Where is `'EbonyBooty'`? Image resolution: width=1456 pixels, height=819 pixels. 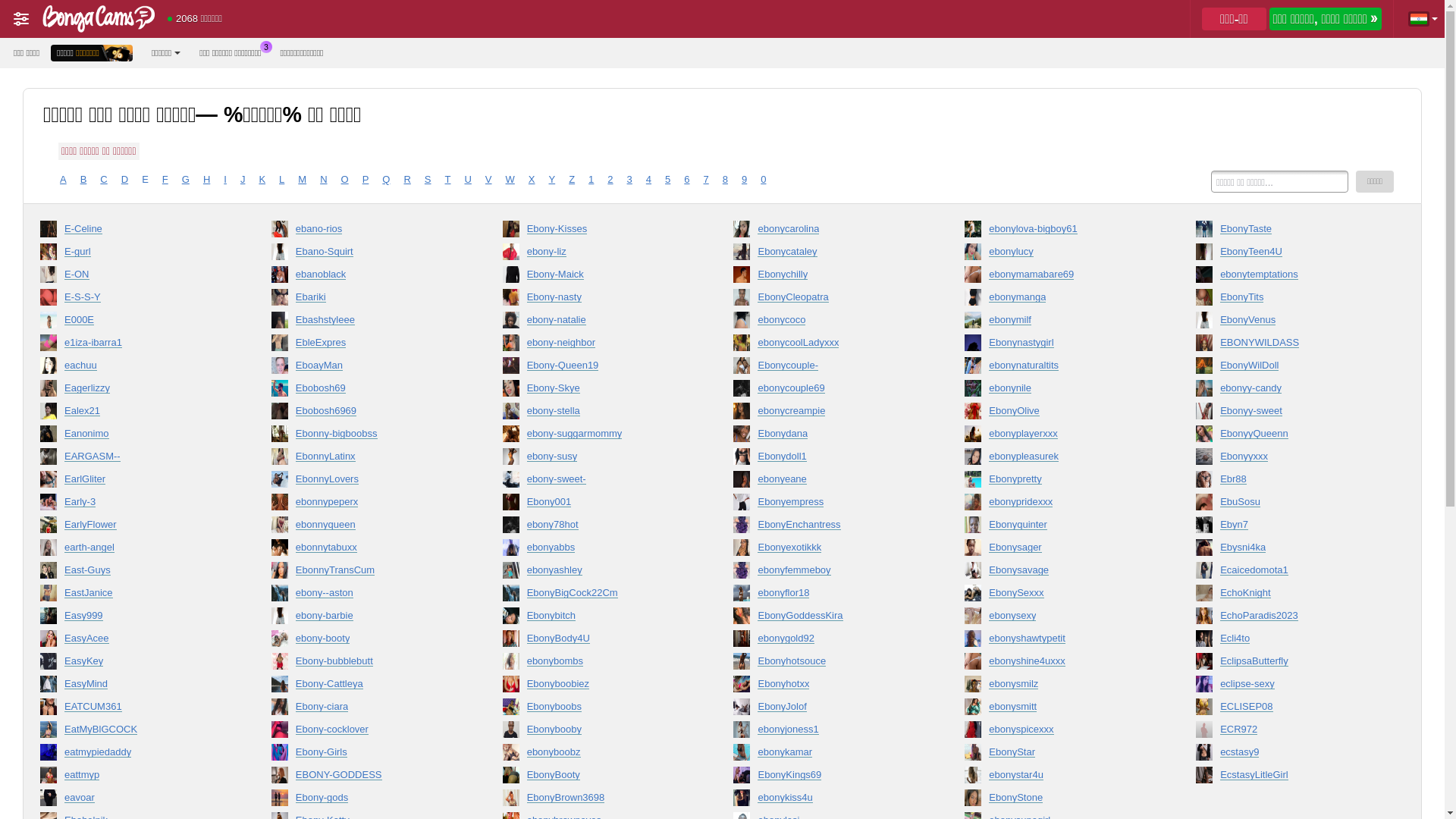 'EbonyBooty' is located at coordinates (596, 778).